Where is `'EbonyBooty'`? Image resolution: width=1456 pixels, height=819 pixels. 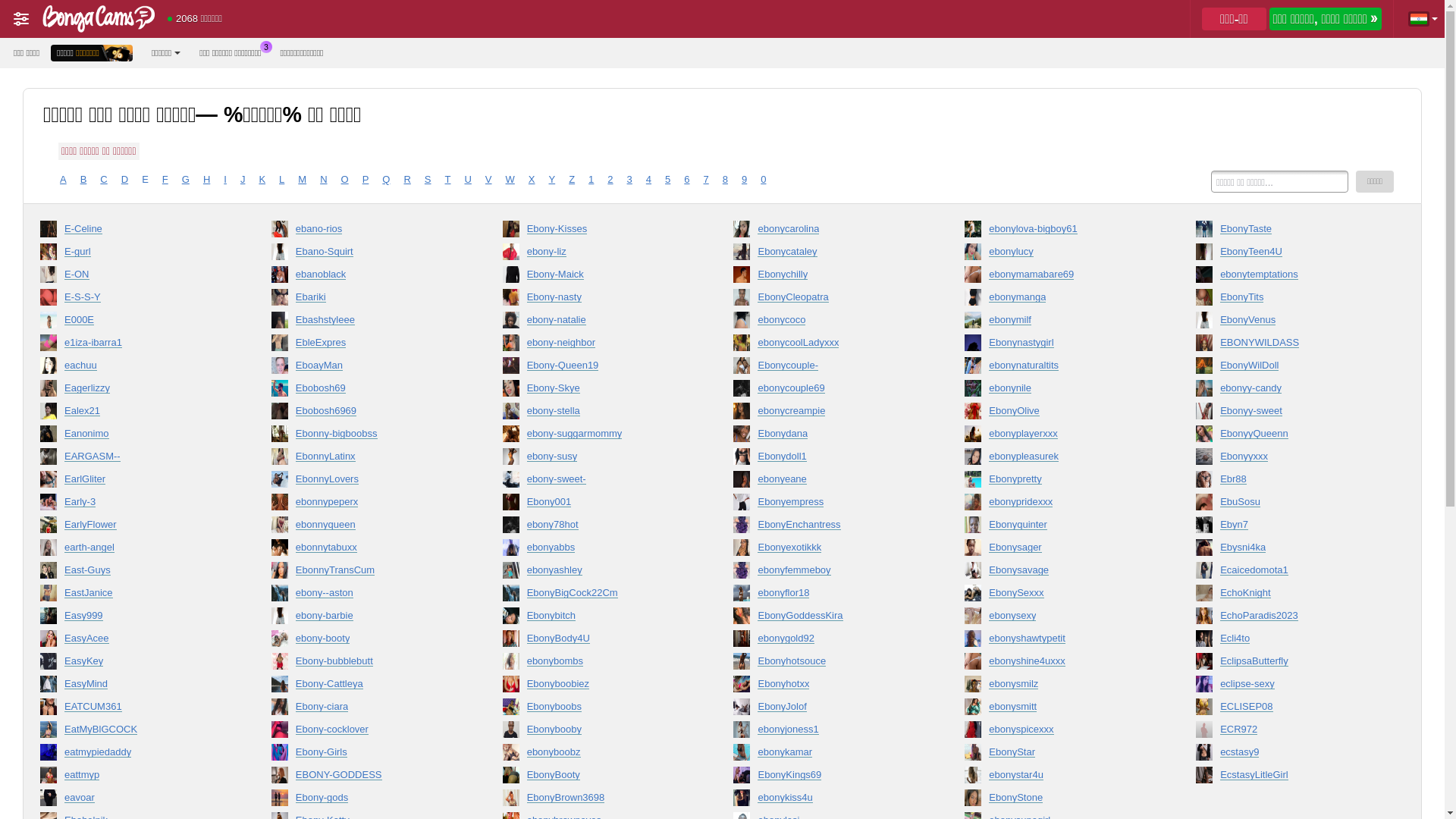 'EbonyBooty' is located at coordinates (596, 778).